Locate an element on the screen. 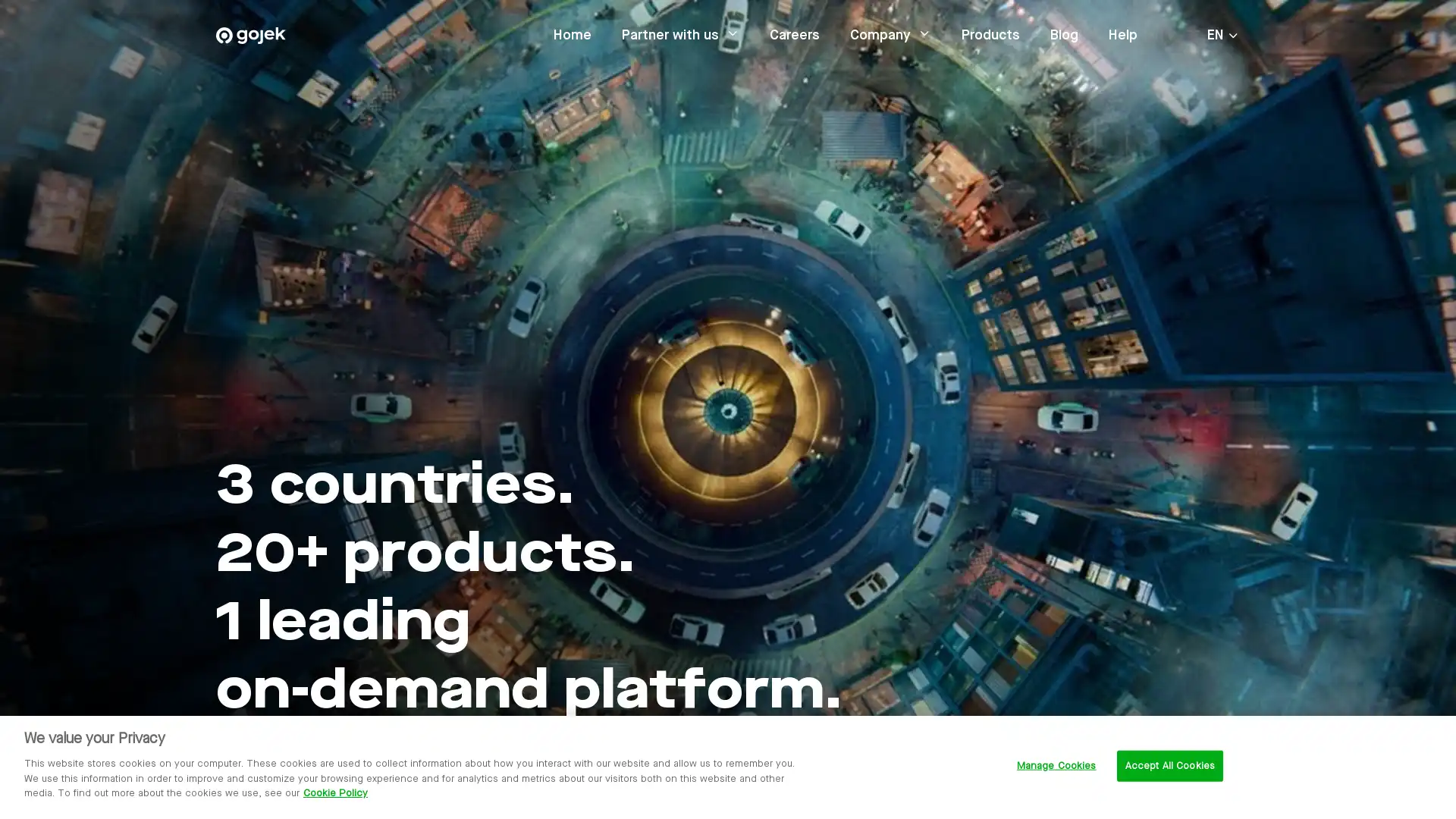  Accept All Cookies is located at coordinates (1169, 766).